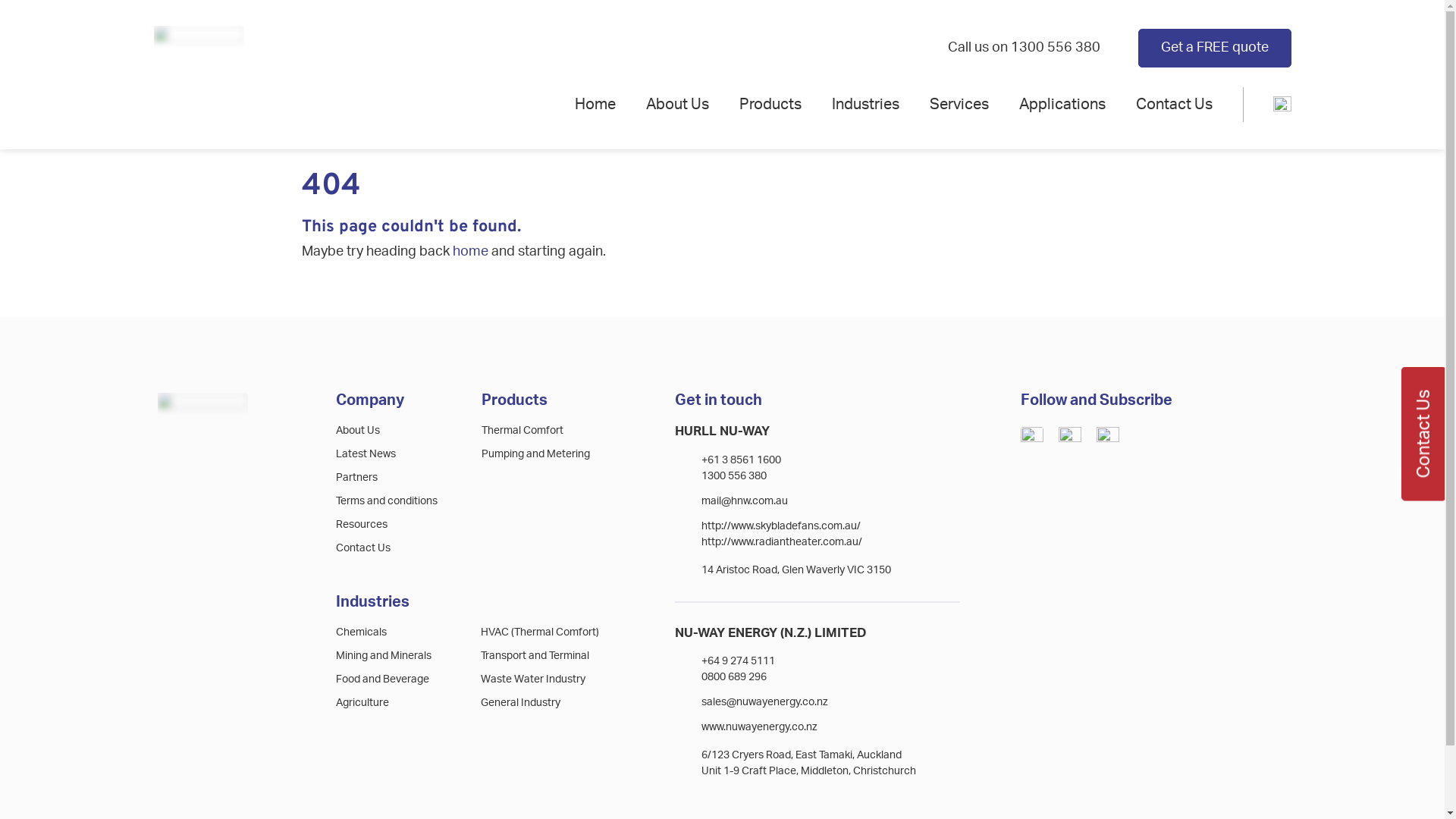 This screenshot has height=819, width=1456. I want to click on 'Latest News', so click(366, 453).